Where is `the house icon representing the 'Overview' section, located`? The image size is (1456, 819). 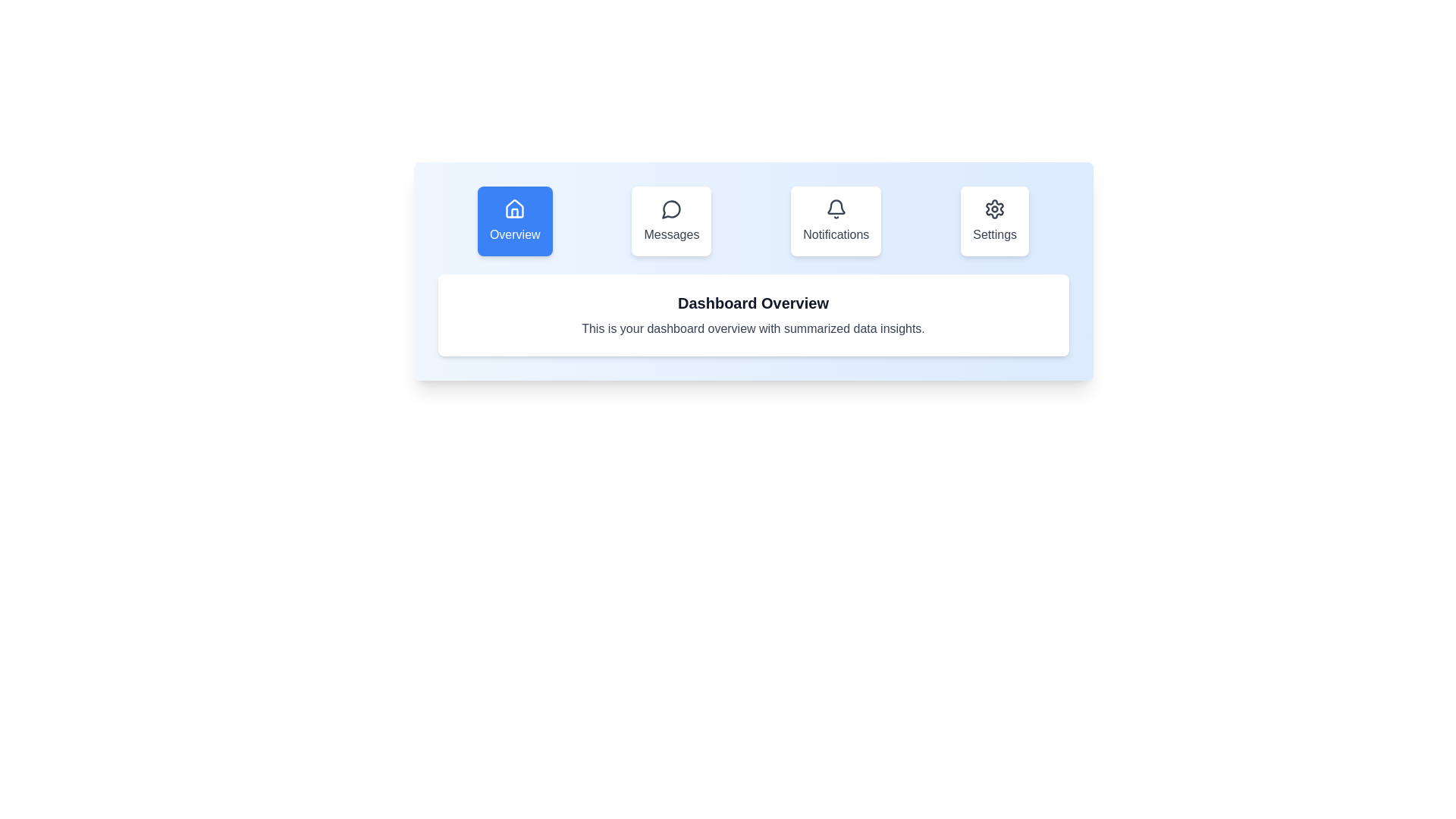 the house icon representing the 'Overview' section, located is located at coordinates (515, 209).